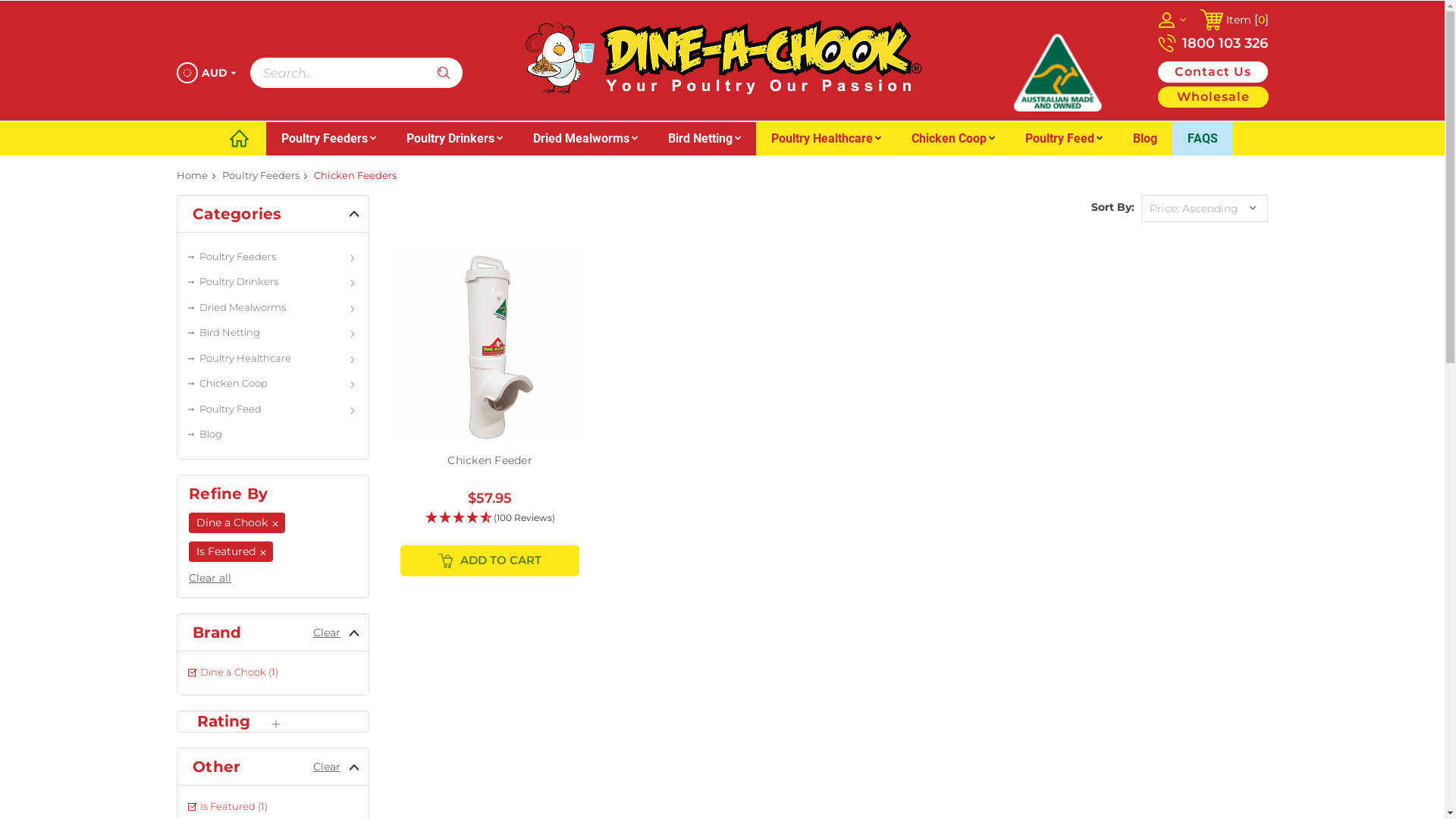 The width and height of the screenshot is (1456, 819). I want to click on 'Dine a Chook (1)', so click(273, 672).